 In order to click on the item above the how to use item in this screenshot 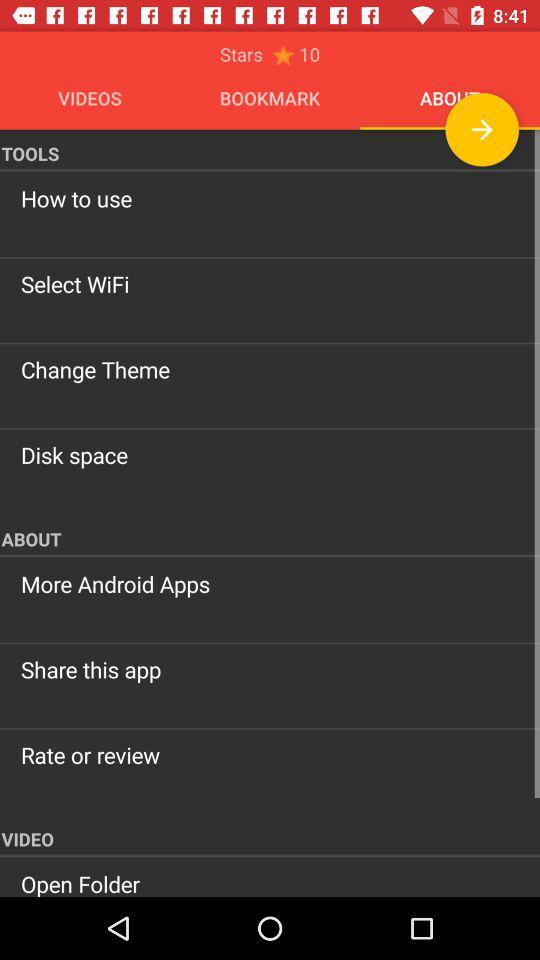, I will do `click(270, 149)`.